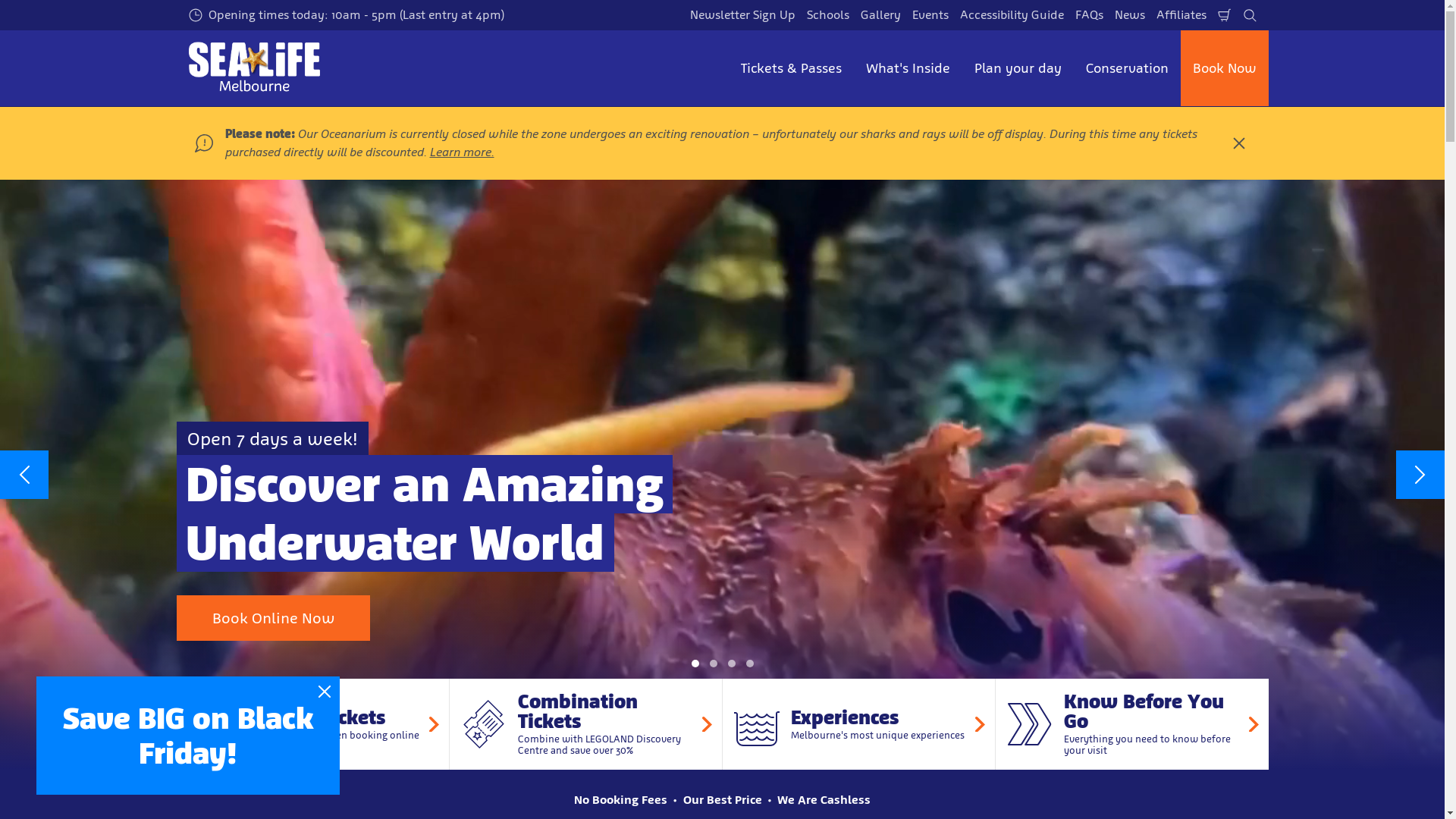 The width and height of the screenshot is (1456, 819). Describe the element at coordinates (428, 152) in the screenshot. I see `'Learn more.'` at that location.